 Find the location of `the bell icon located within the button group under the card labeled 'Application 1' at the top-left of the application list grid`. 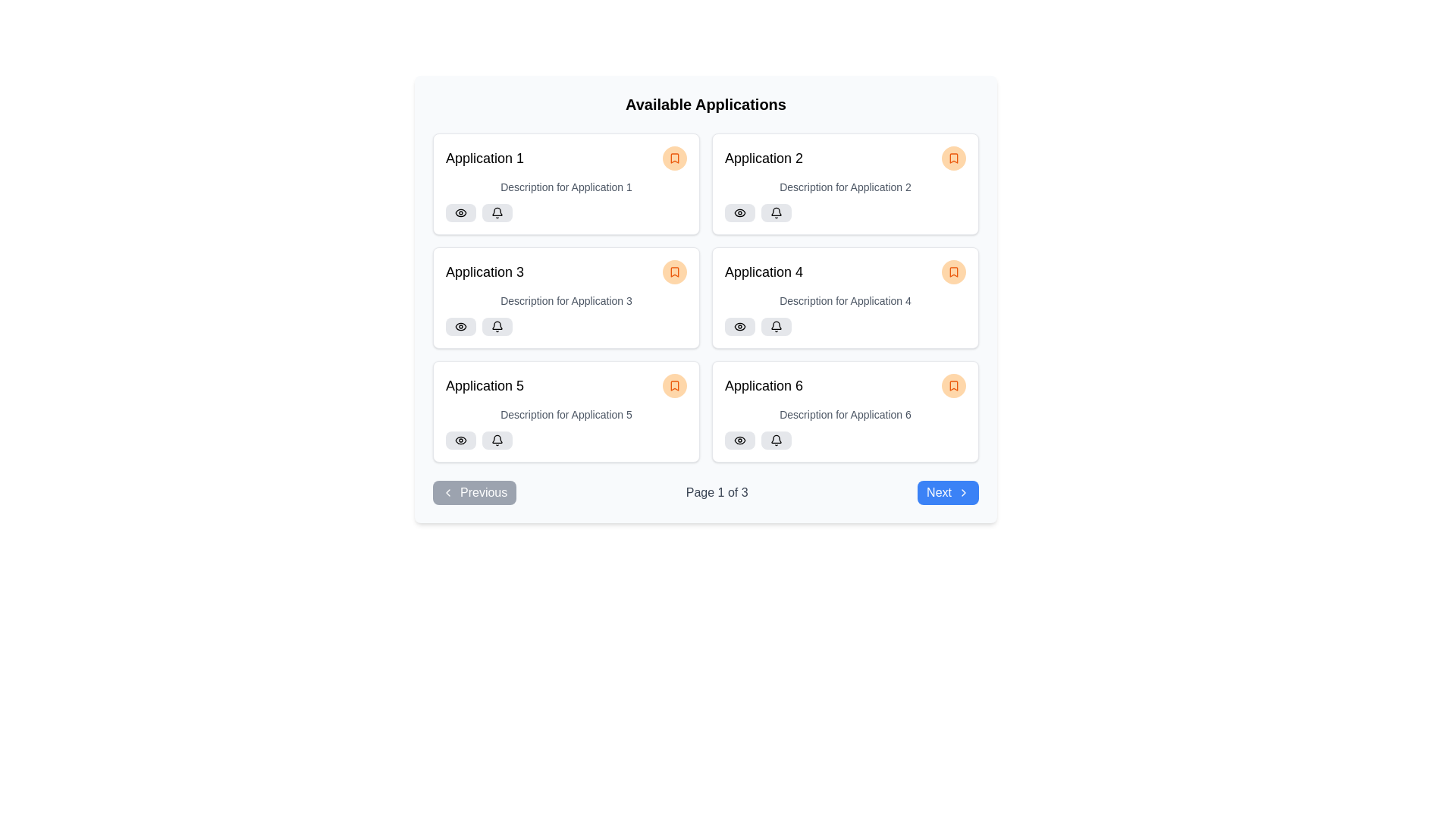

the bell icon located within the button group under the card labeled 'Application 1' at the top-left of the application list grid is located at coordinates (497, 212).